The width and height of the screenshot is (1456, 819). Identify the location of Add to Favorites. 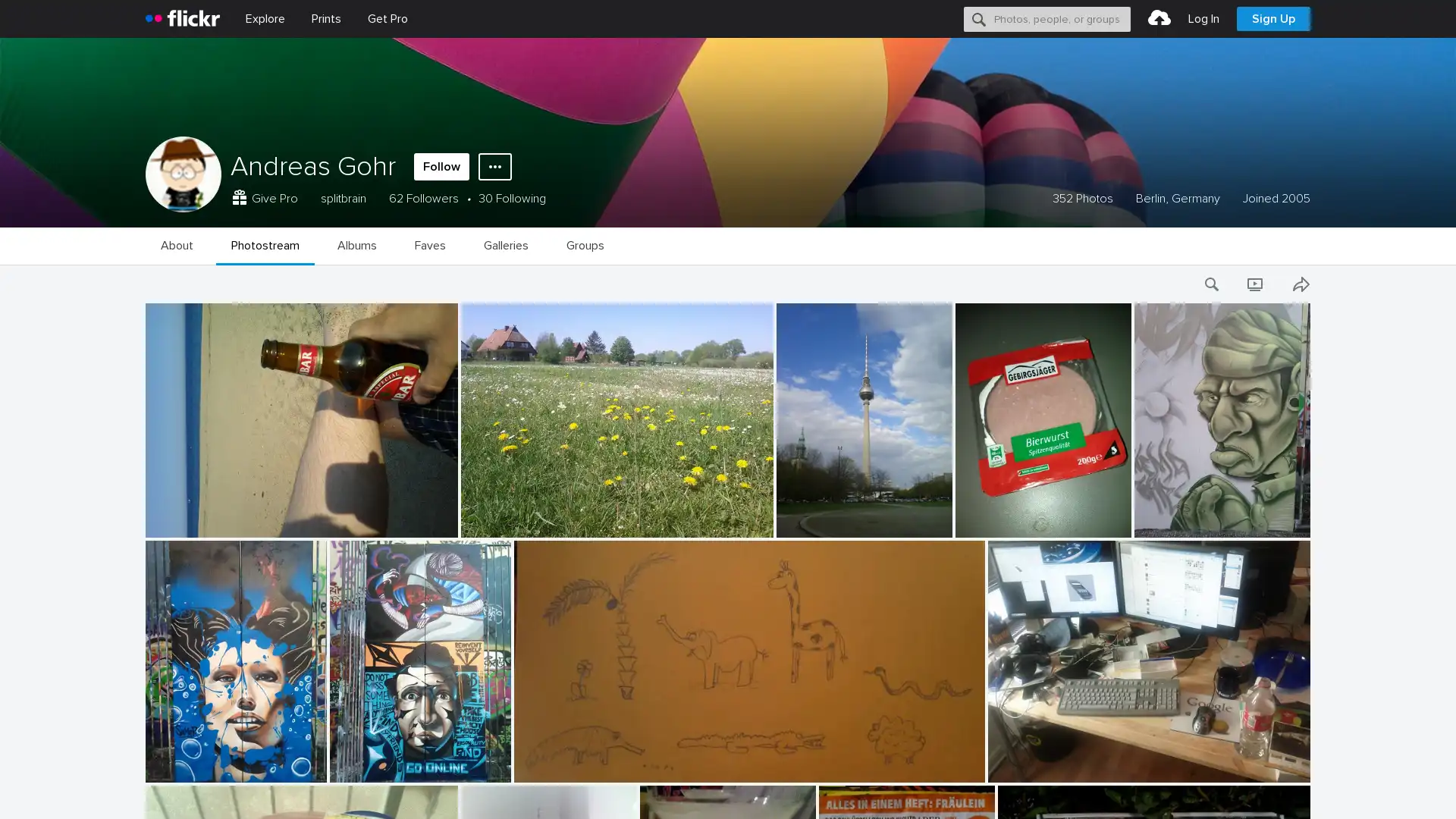
(146, 535).